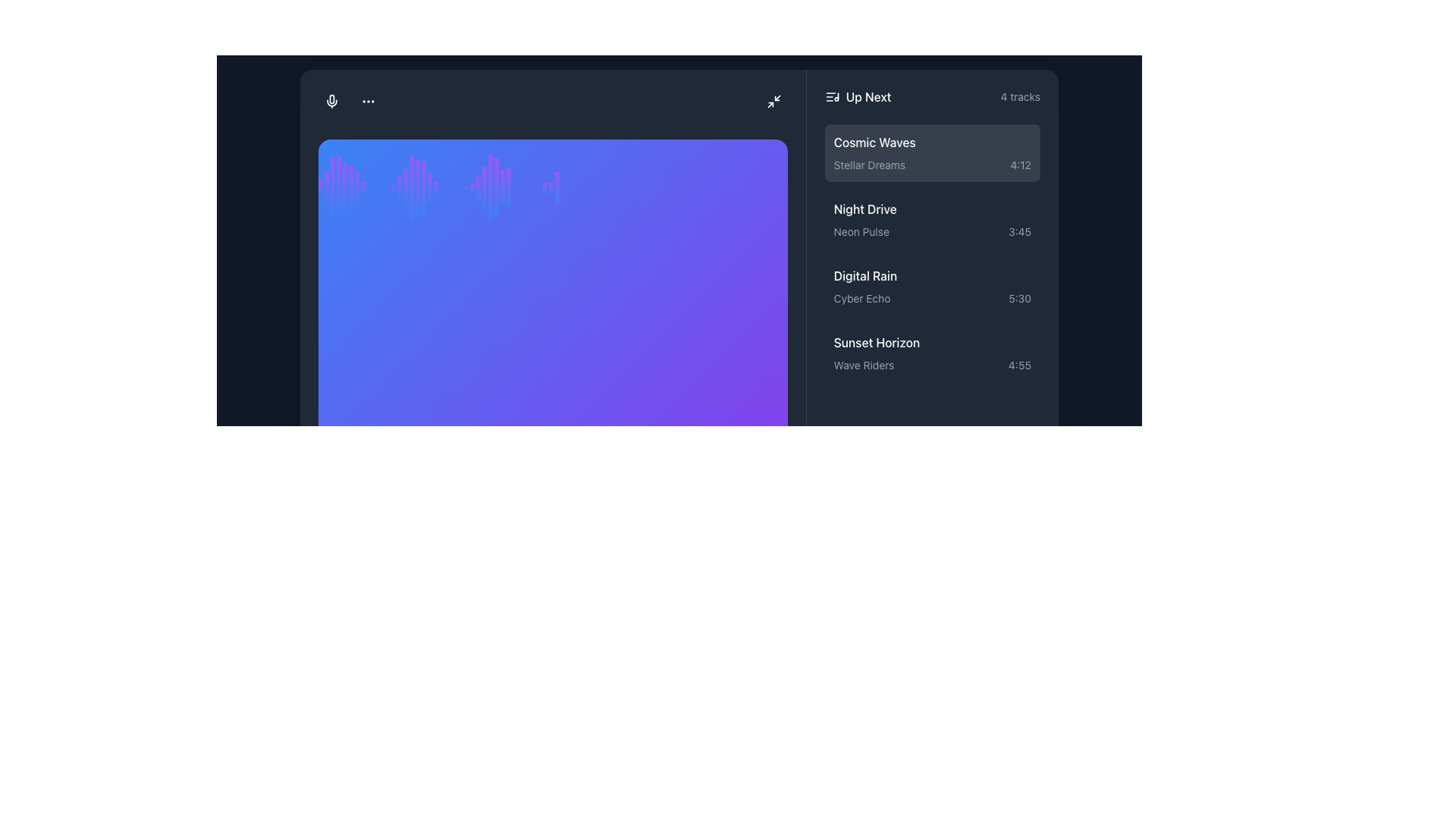  What do you see at coordinates (865, 275) in the screenshot?
I see `the text label for the audio track named 'Digital Rain'` at bounding box center [865, 275].